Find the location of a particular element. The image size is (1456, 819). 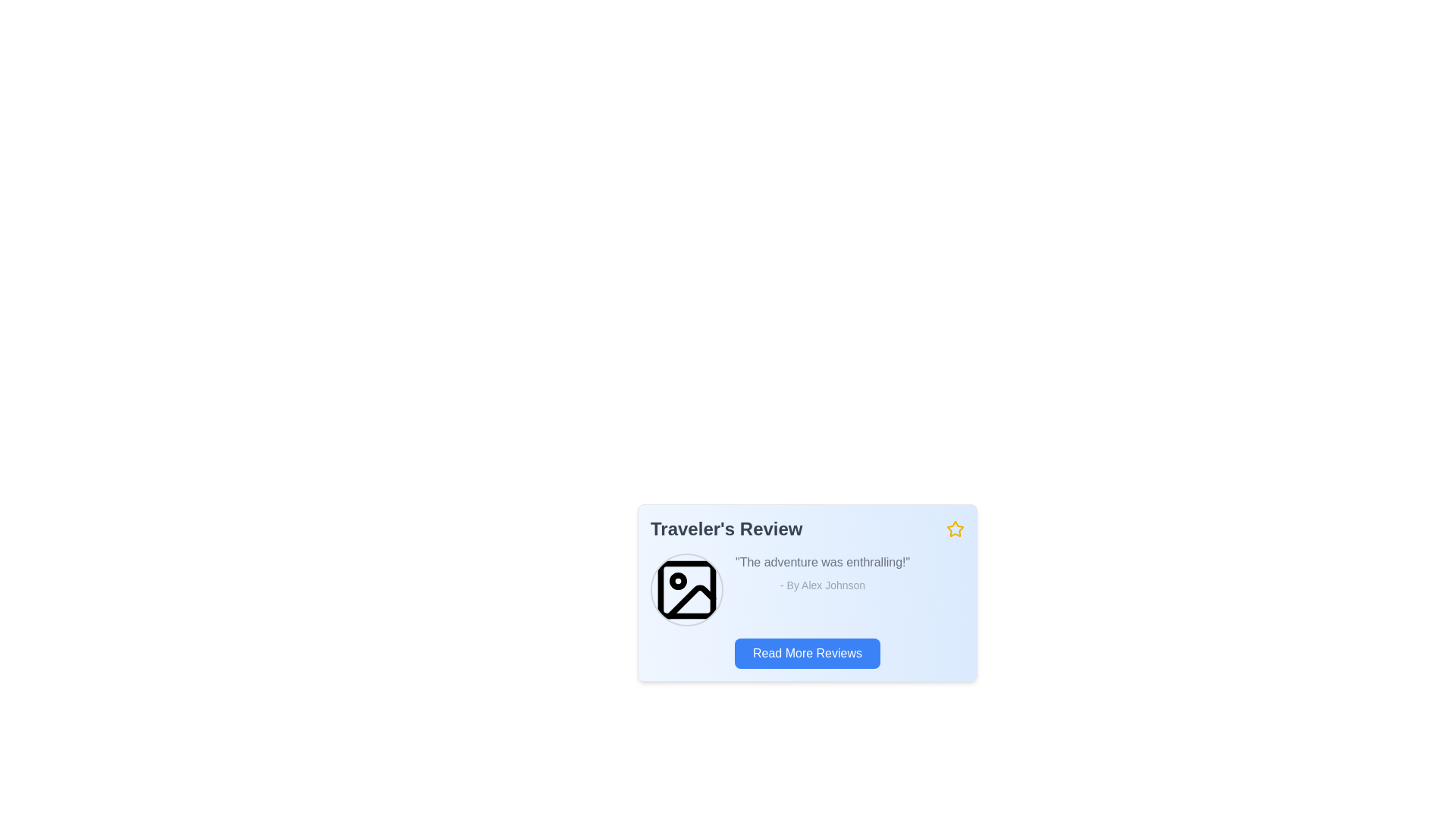

text review displayed in the section titled 'Traveler's Review', which contains the message 'The adventure was enthralling! - By Alex Johnson' is located at coordinates (807, 589).